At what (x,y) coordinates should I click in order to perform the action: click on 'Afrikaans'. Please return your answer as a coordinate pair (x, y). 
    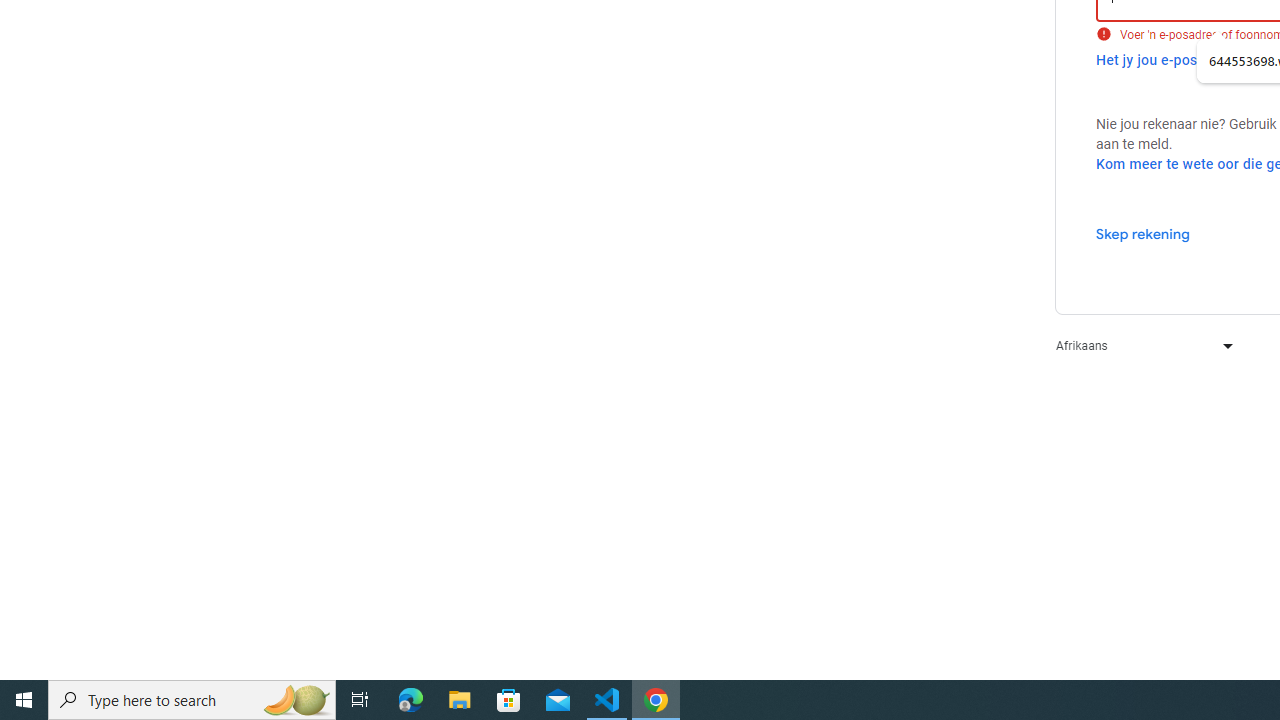
    Looking at the image, I should click on (1139, 344).